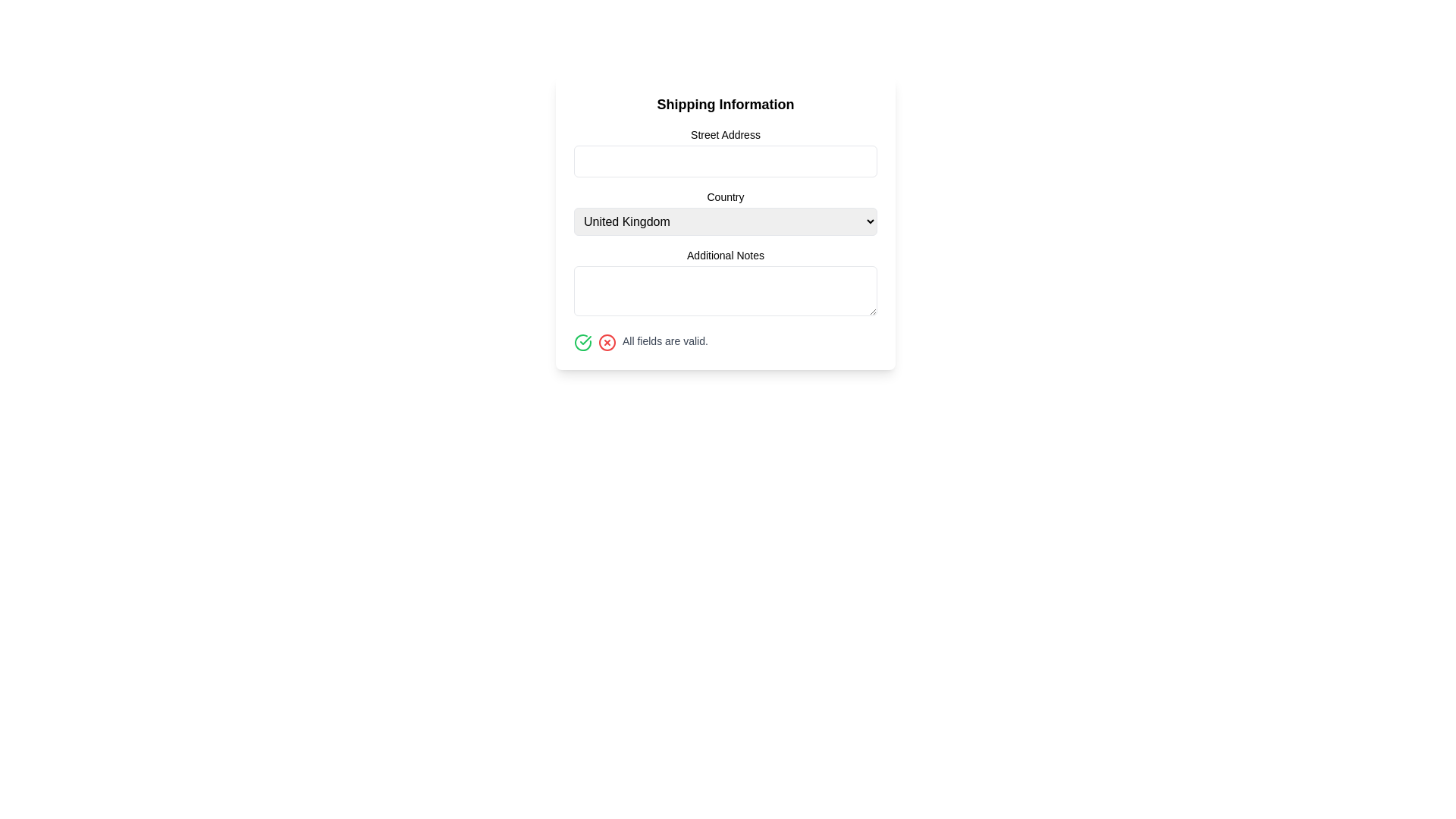 This screenshot has width=1456, height=819. What do you see at coordinates (582, 342) in the screenshot?
I see `the success icon located in the bottom-left corner of the form interface, just left of the label 'All fields are valid.'` at bounding box center [582, 342].